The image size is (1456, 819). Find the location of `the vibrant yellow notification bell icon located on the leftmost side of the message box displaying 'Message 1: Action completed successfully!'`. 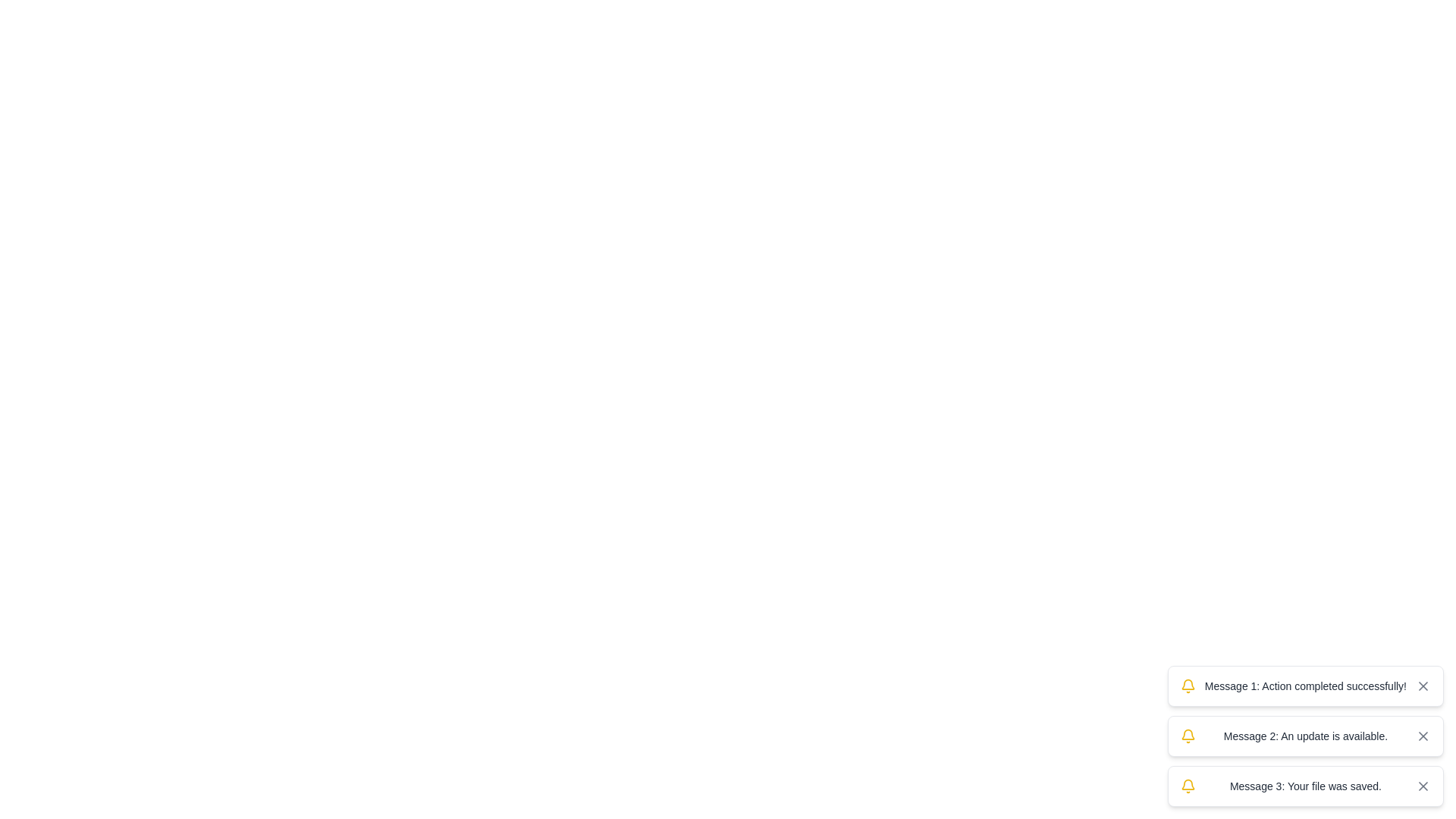

the vibrant yellow notification bell icon located on the leftmost side of the message box displaying 'Message 1: Action completed successfully!' is located at coordinates (1187, 686).